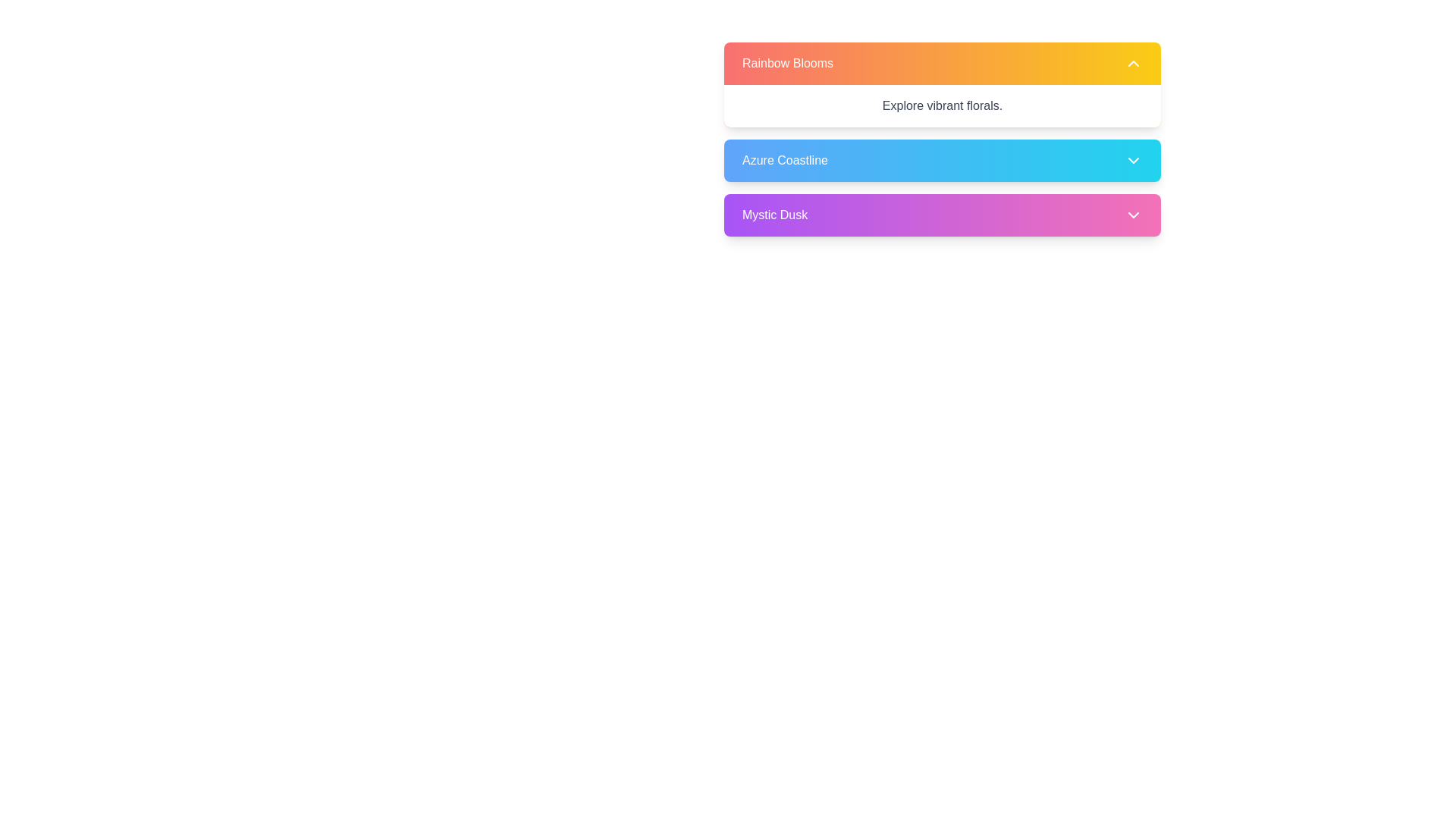  Describe the element at coordinates (1133, 215) in the screenshot. I see `the icon button for expanding/collapsing content related to 'Mystic Dusk'` at that location.